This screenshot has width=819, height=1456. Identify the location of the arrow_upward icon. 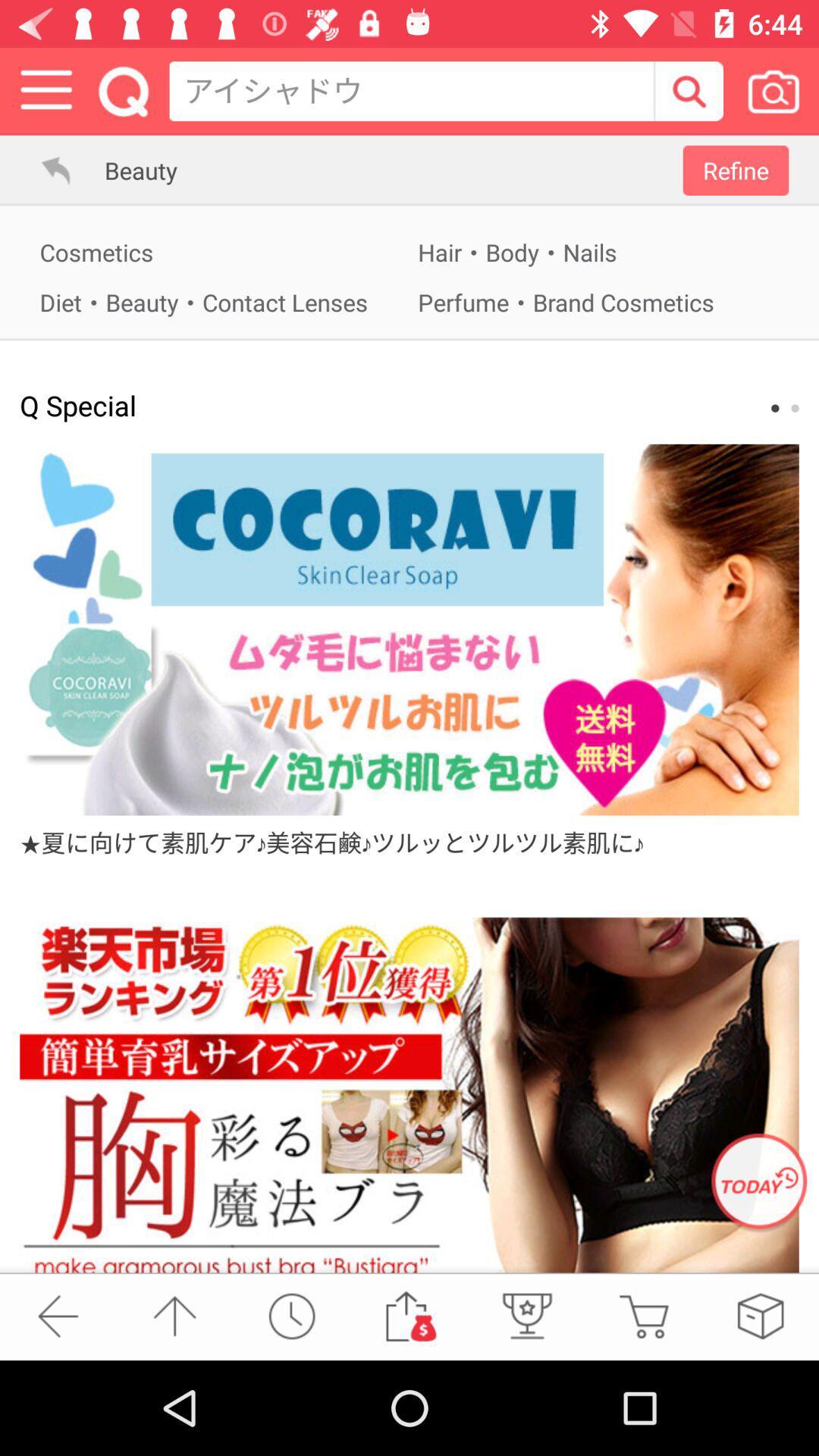
(174, 1315).